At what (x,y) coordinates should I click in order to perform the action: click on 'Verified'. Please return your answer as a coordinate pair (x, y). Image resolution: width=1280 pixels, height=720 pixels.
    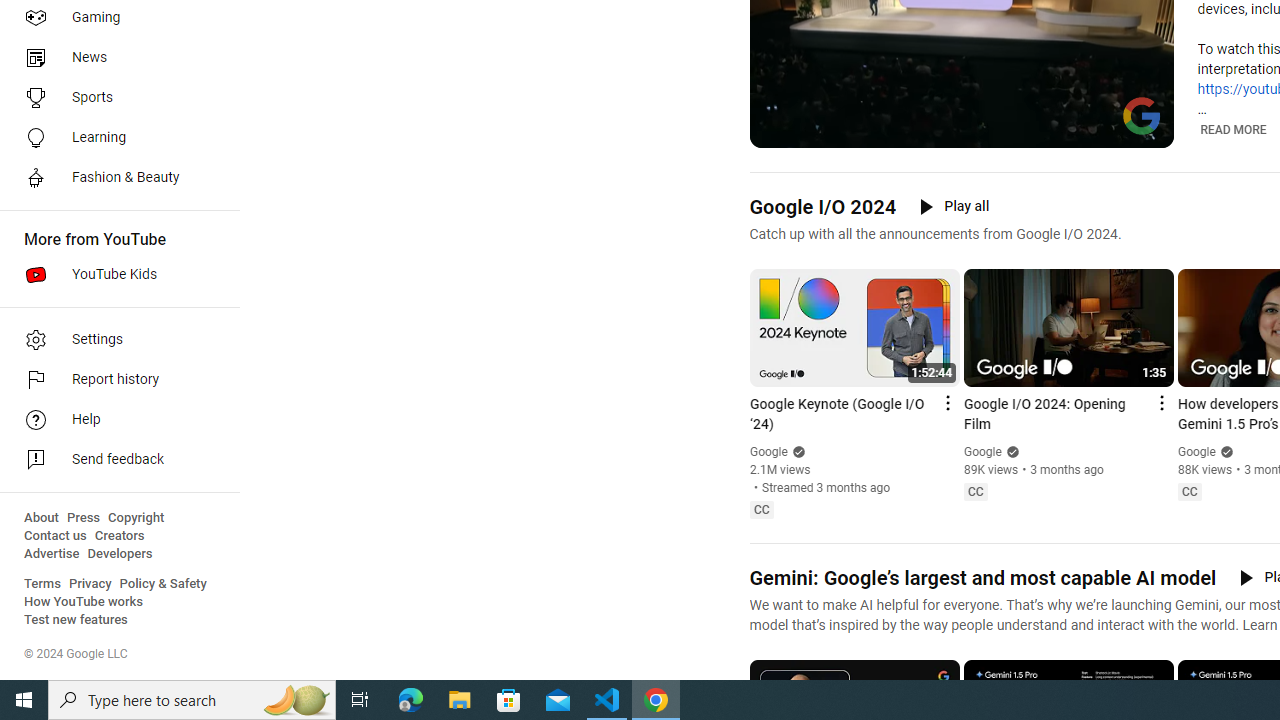
    Looking at the image, I should click on (1223, 451).